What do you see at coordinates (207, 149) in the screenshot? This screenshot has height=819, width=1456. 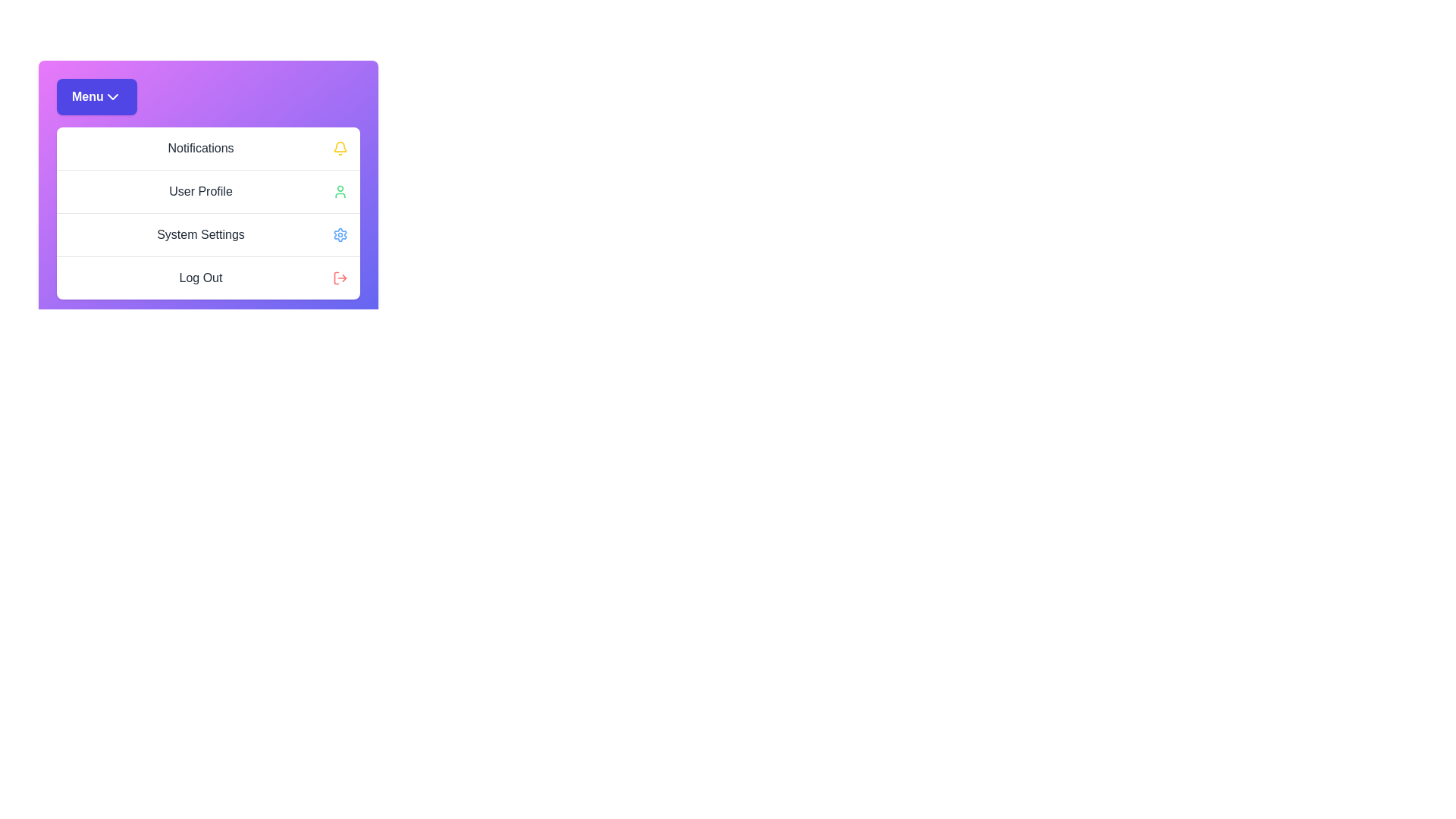 I see `the menu item Notifications` at bounding box center [207, 149].